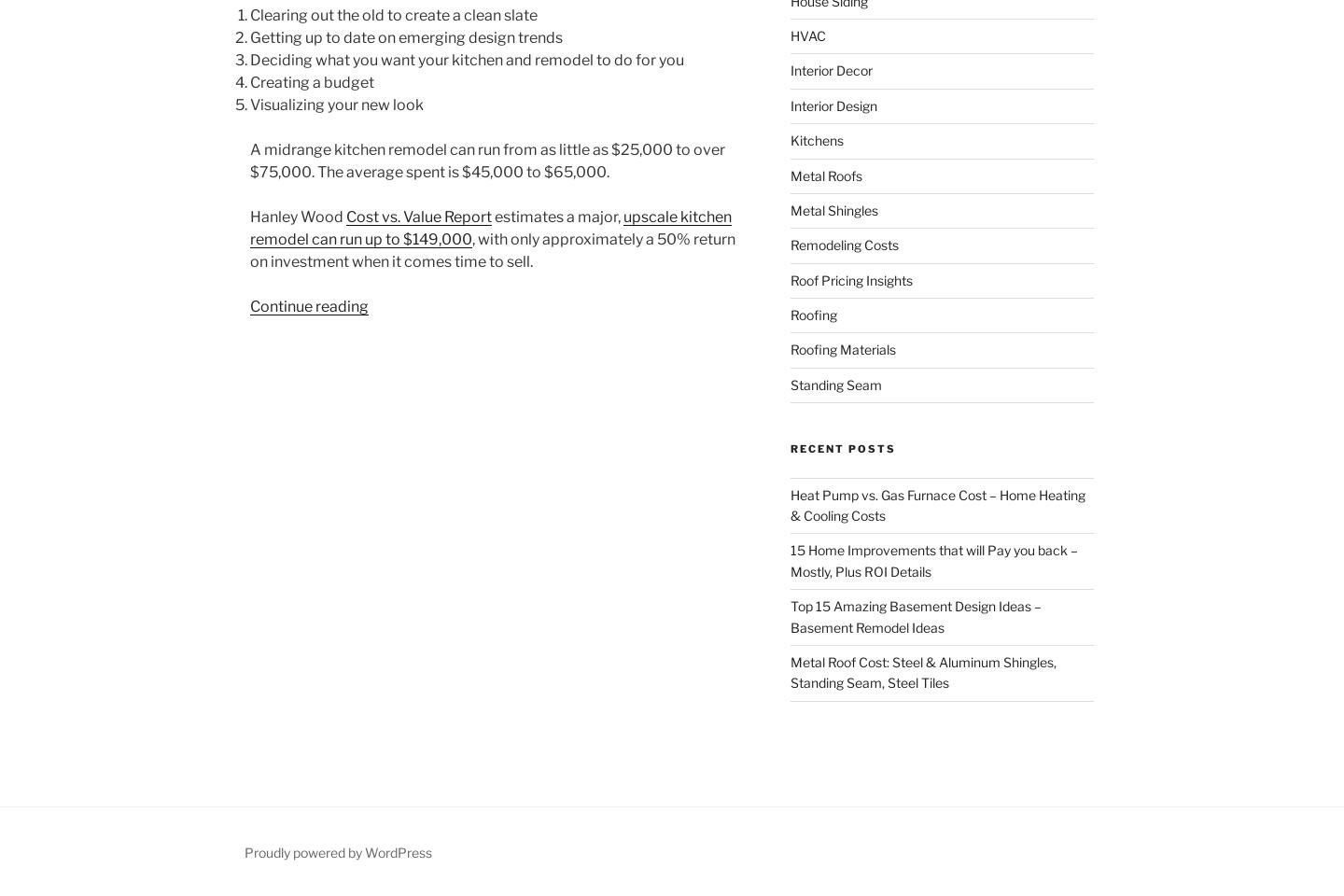 The height and width of the screenshot is (896, 1344). Describe the element at coordinates (394, 14) in the screenshot. I see `'Clearing out the old to create a clean slate'` at that location.